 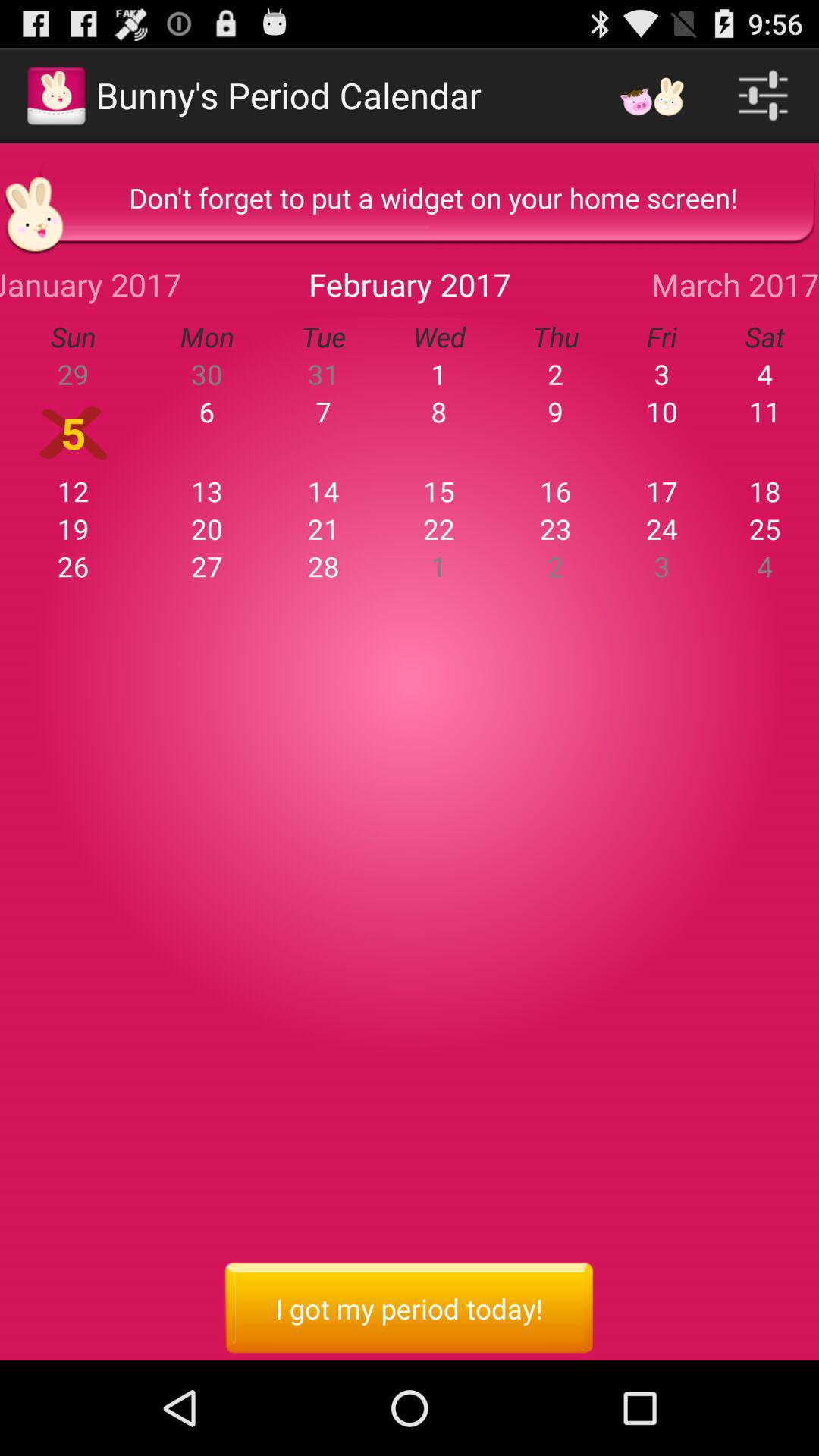 I want to click on the icon to the left of tue icon, so click(x=90, y=284).